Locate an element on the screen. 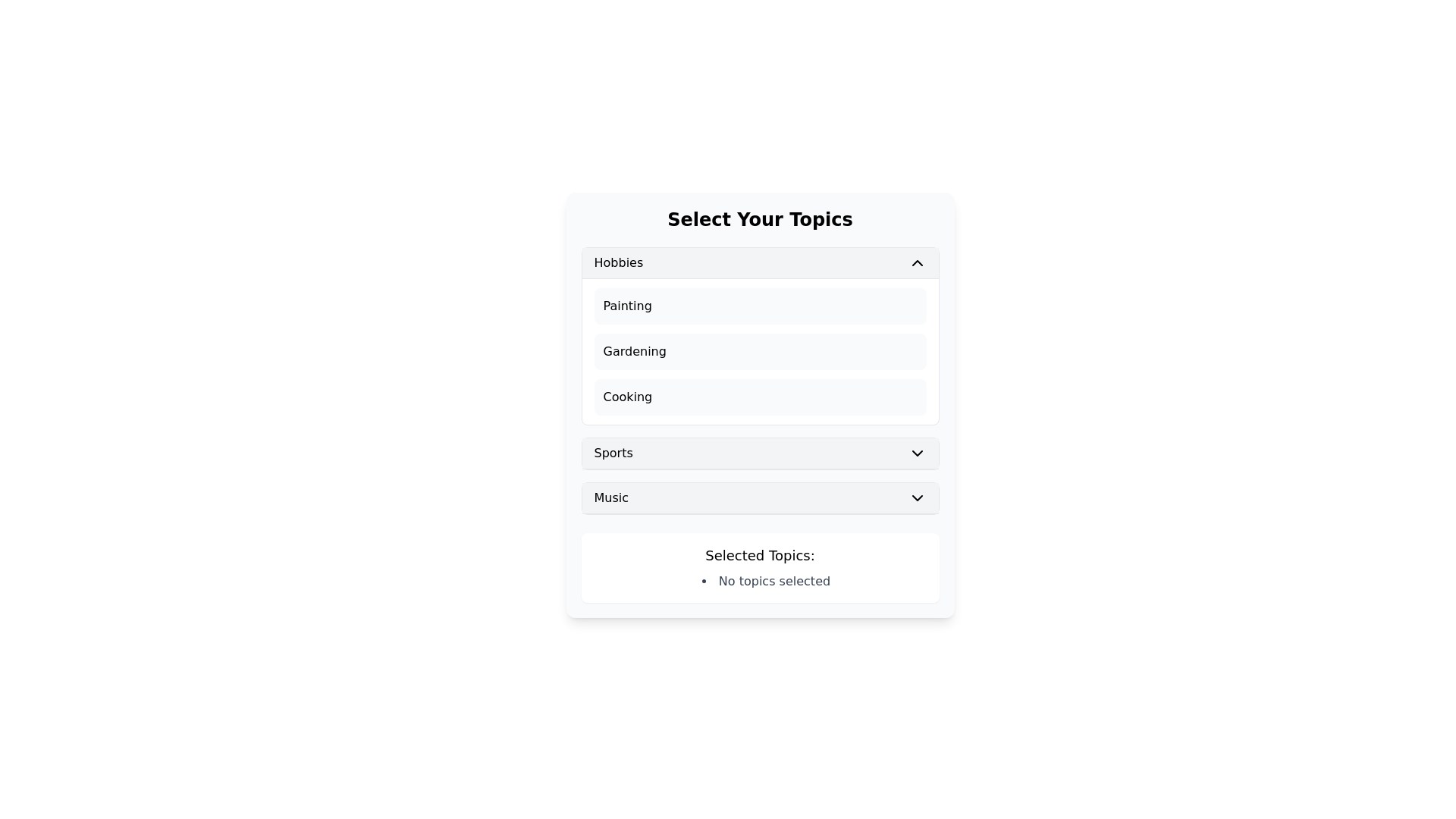 The height and width of the screenshot is (819, 1456). keyboard navigation is located at coordinates (760, 397).